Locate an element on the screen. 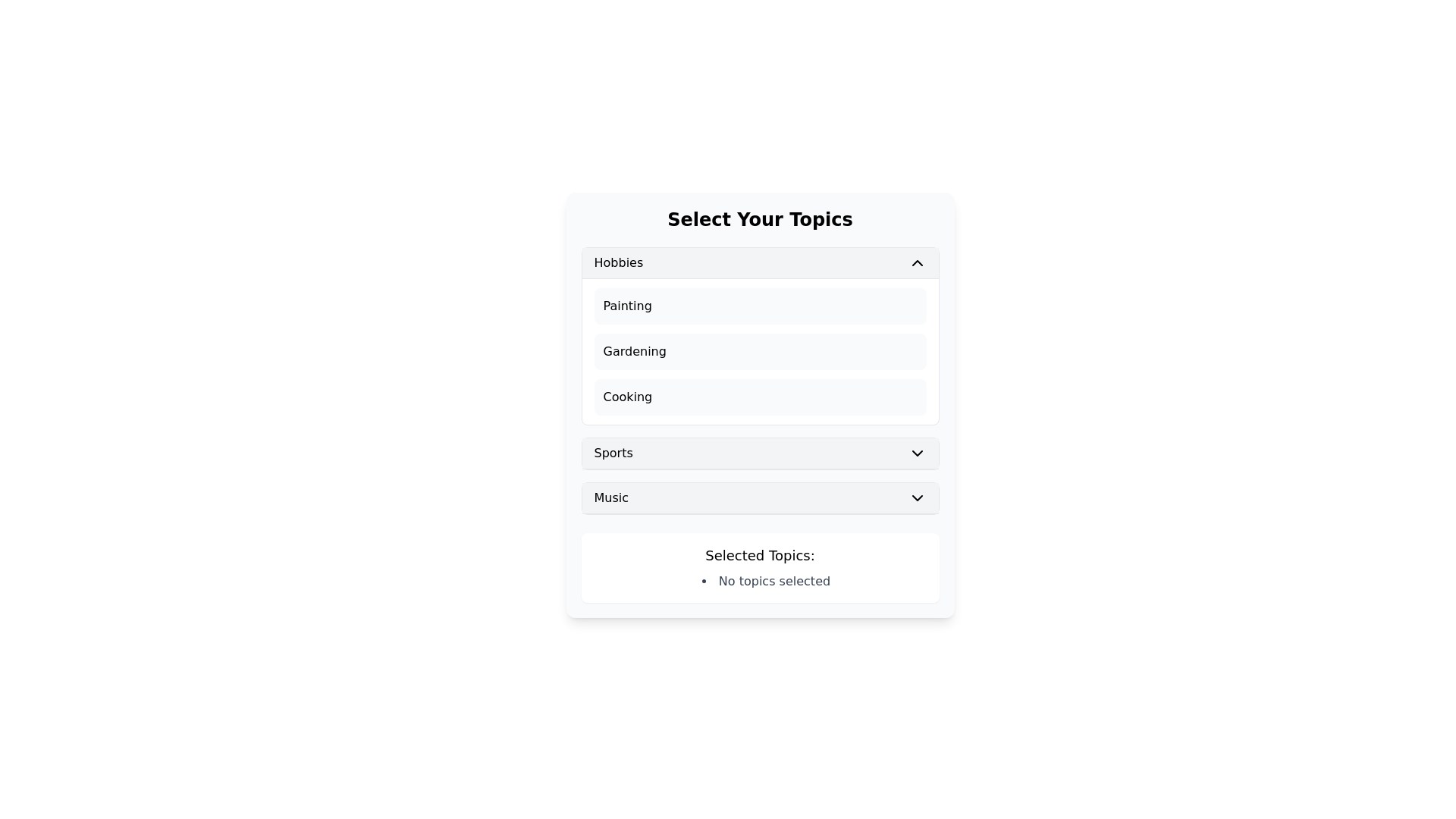 The height and width of the screenshot is (819, 1456). keyboard navigation is located at coordinates (760, 397).